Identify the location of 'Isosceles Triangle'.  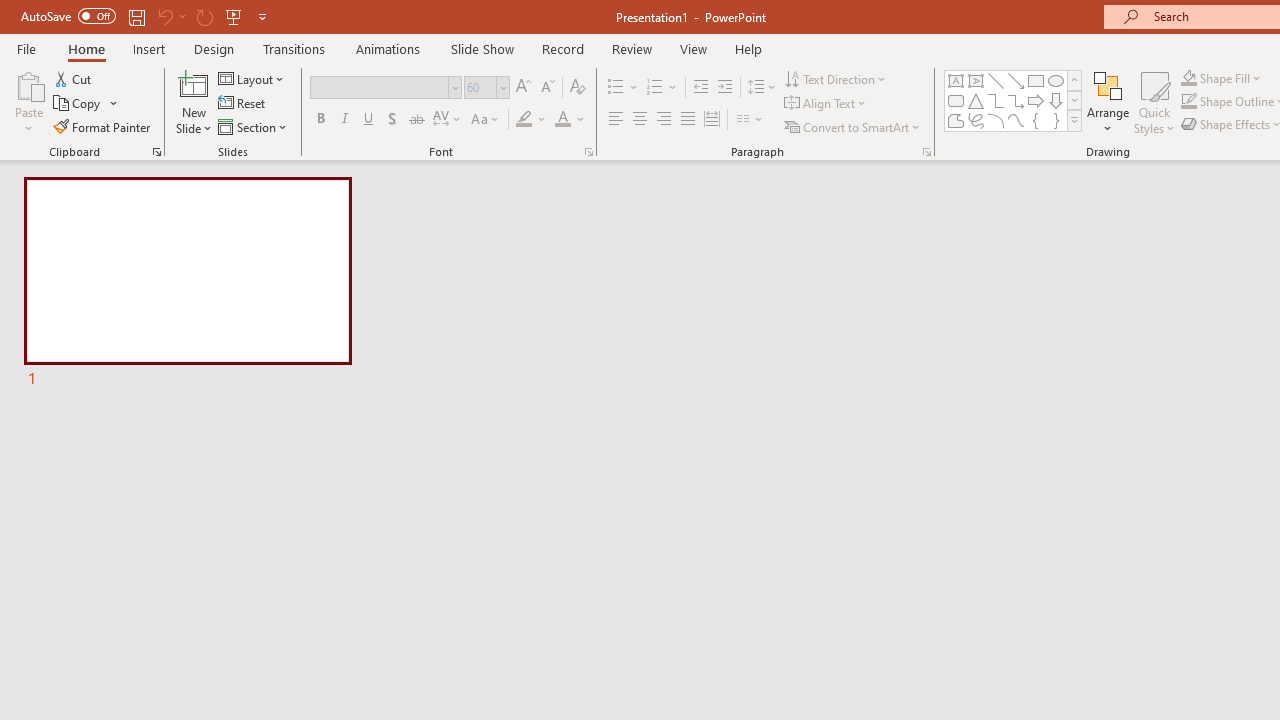
(976, 100).